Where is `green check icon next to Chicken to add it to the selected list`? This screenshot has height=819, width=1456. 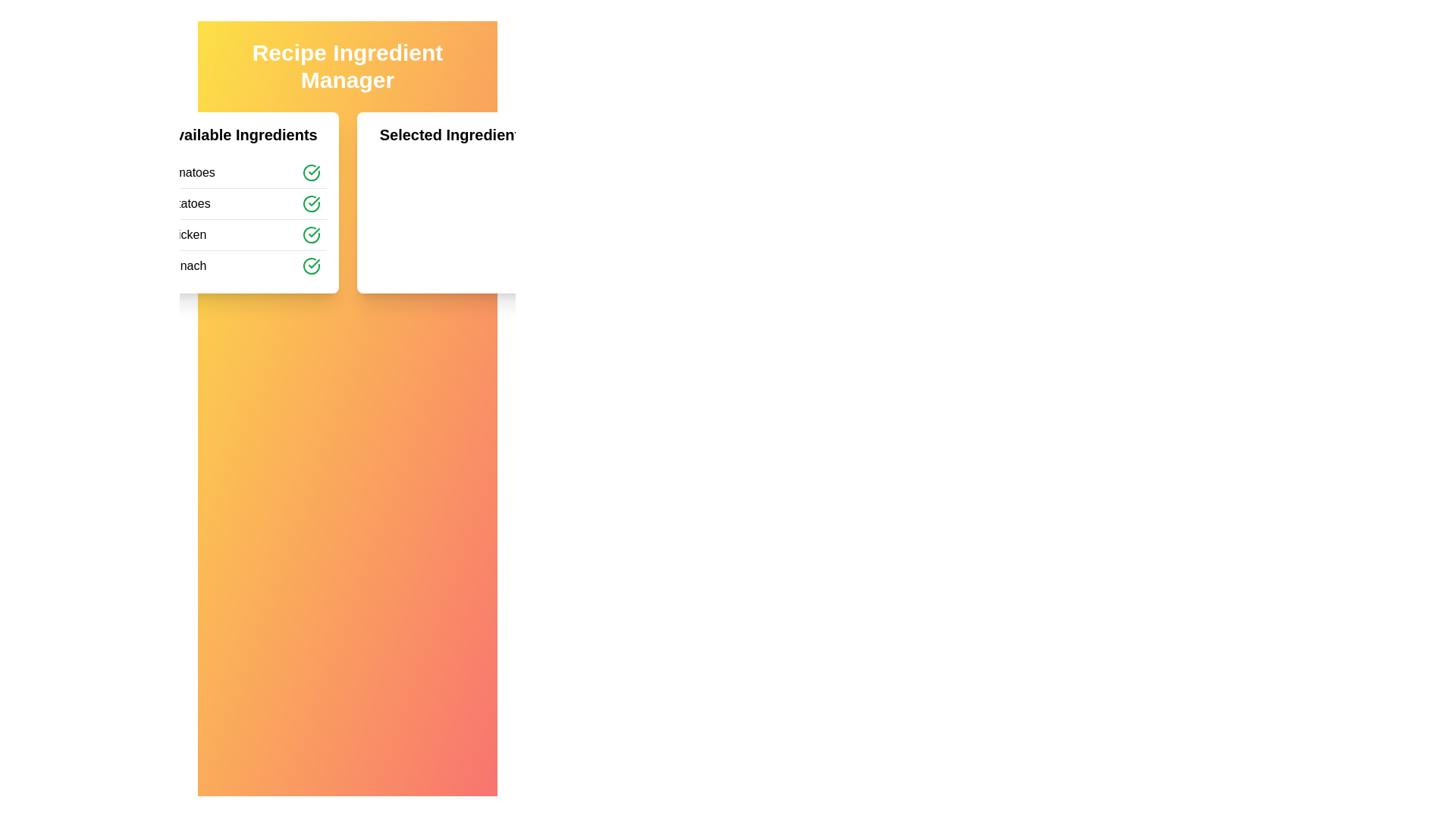 green check icon next to Chicken to add it to the selected list is located at coordinates (310, 234).